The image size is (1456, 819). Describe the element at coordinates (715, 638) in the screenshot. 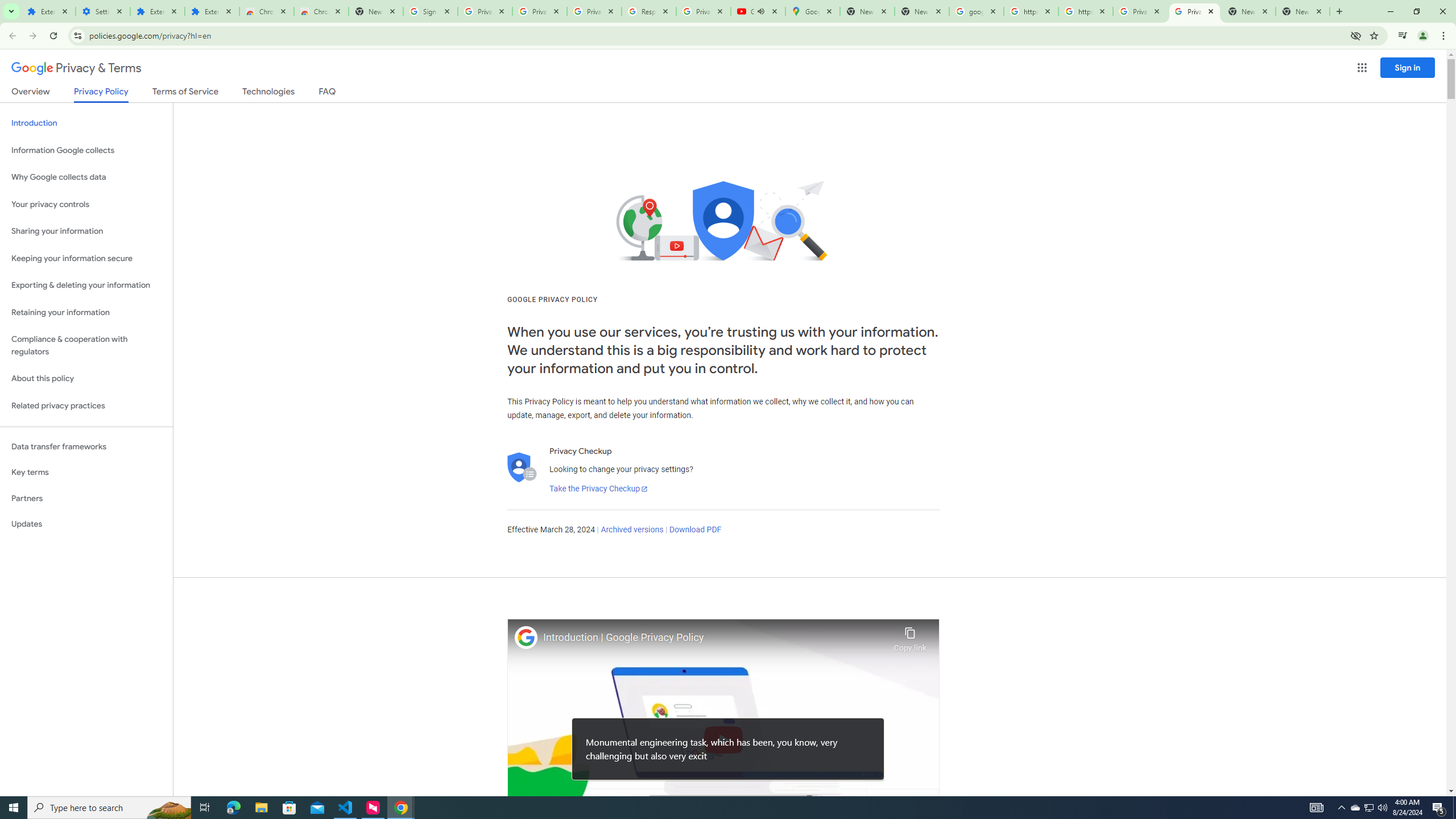

I see `'Introduction | Google Privacy Policy'` at that location.